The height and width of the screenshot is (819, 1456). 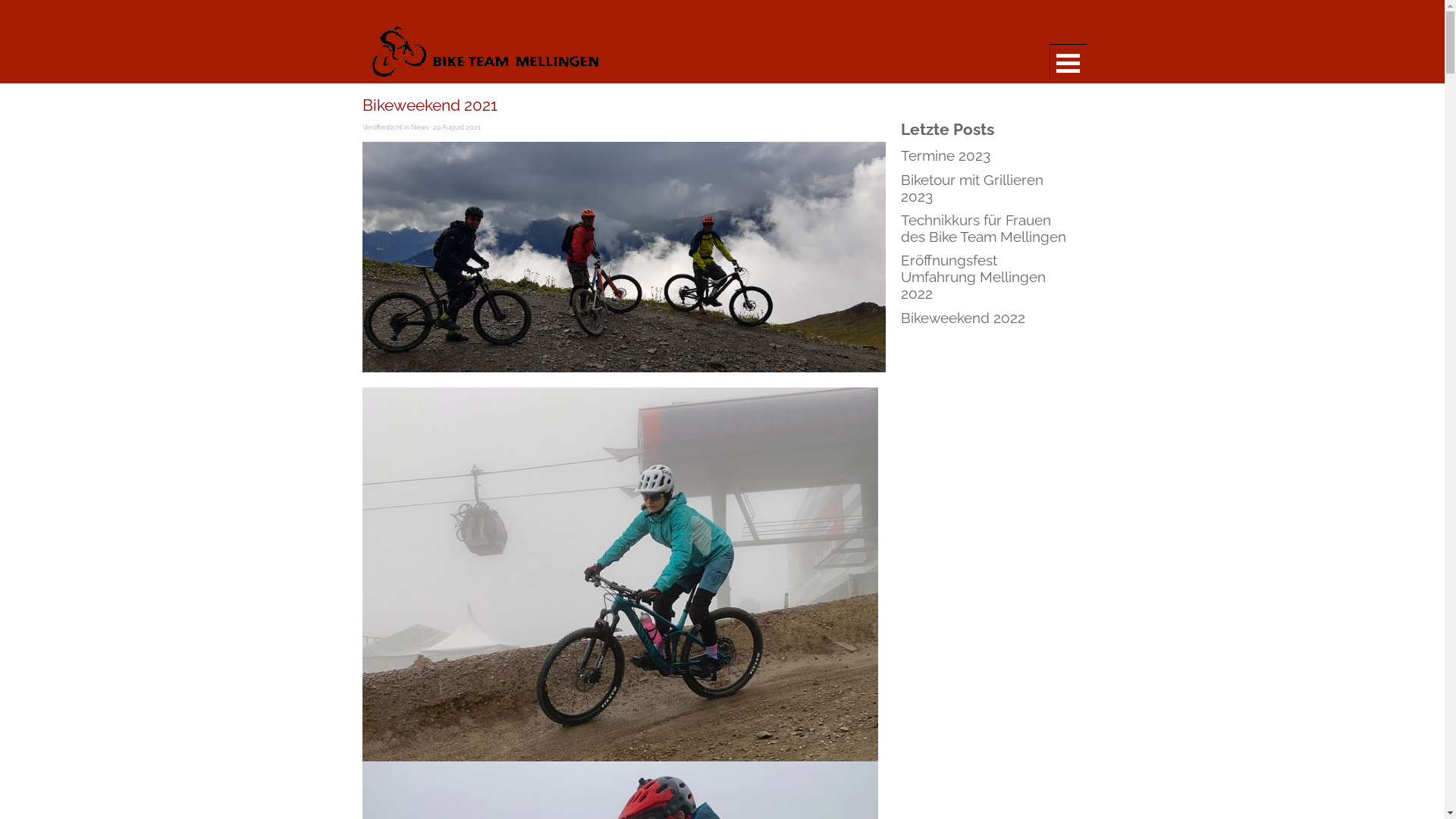 I want to click on 'Termine 2023', so click(x=945, y=155).